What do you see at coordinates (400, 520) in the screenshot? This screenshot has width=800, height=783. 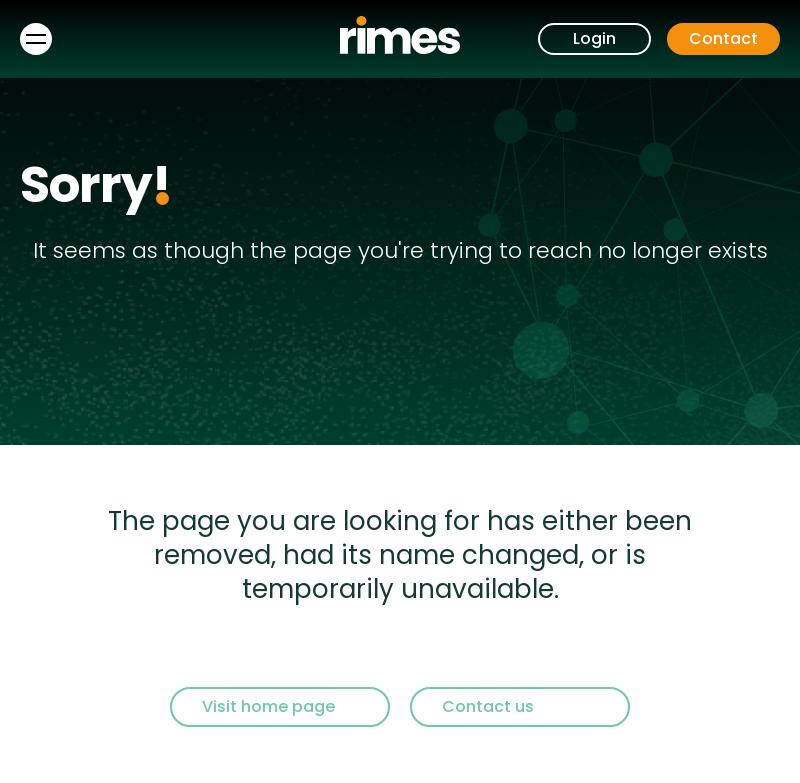 I see `'The page you are looking for has either been'` at bounding box center [400, 520].